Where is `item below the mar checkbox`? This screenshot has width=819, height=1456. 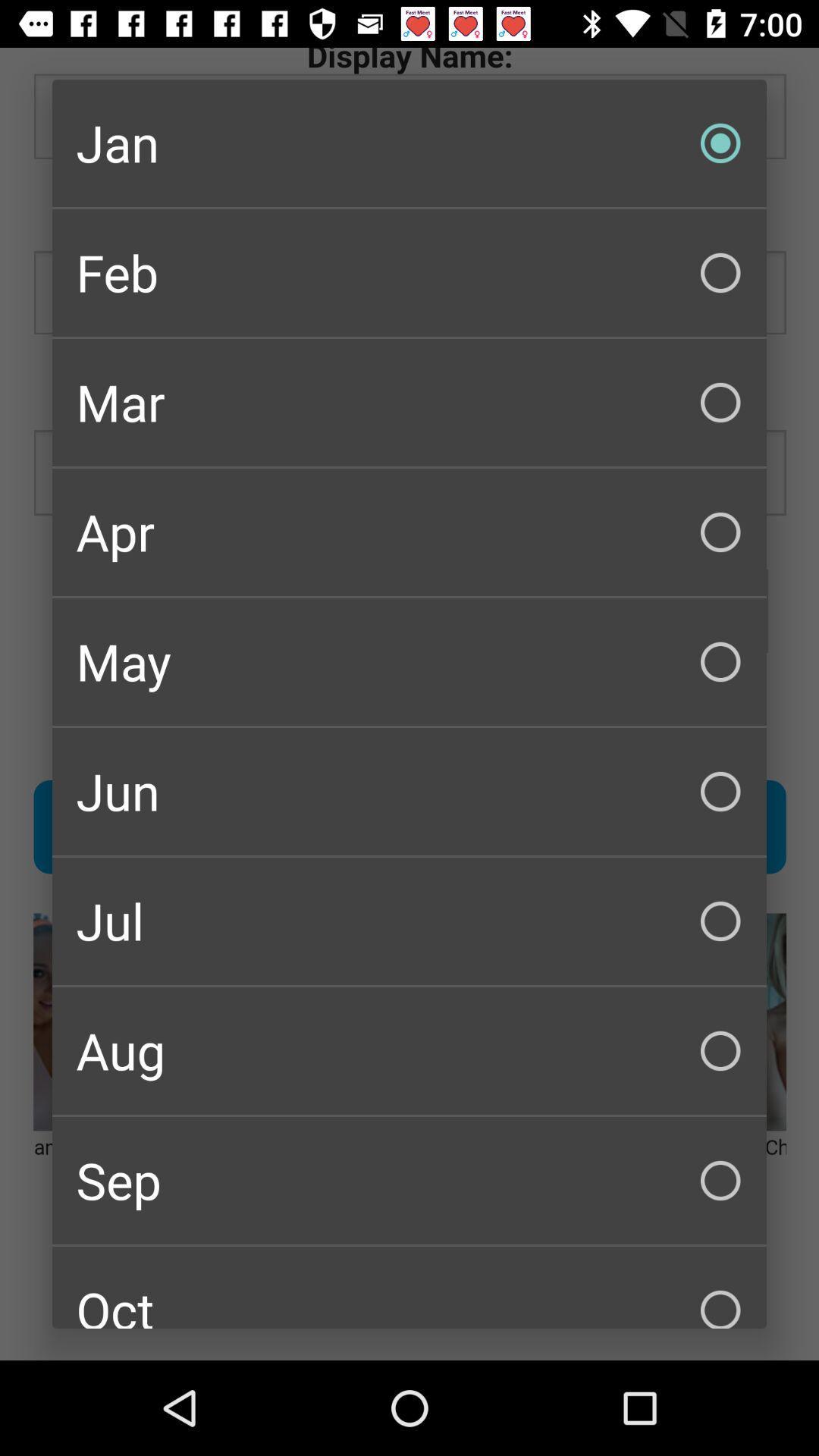 item below the mar checkbox is located at coordinates (409, 532).